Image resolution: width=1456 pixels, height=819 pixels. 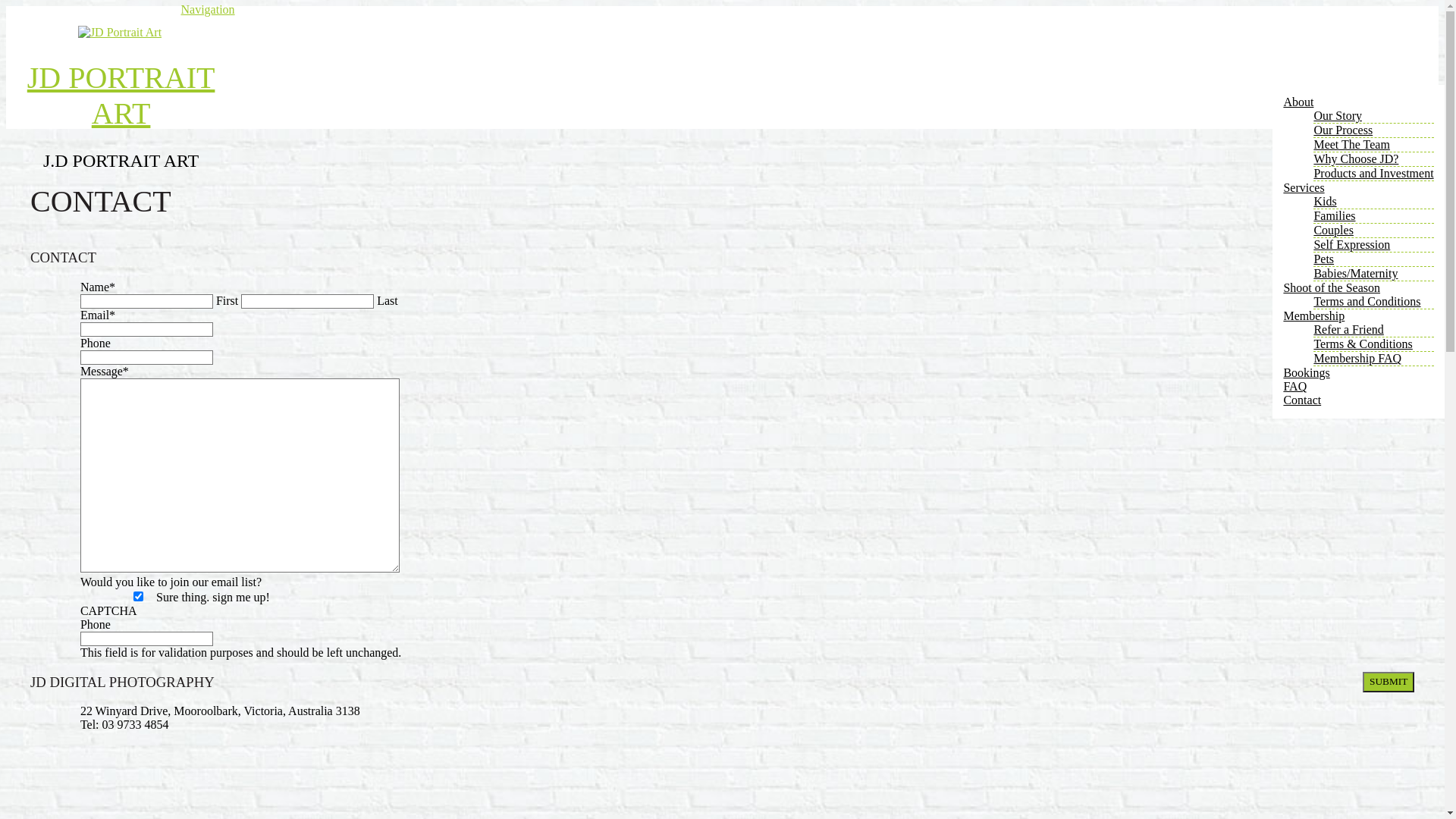 What do you see at coordinates (27, 96) in the screenshot?
I see `'JD PORTRAIT ART'` at bounding box center [27, 96].